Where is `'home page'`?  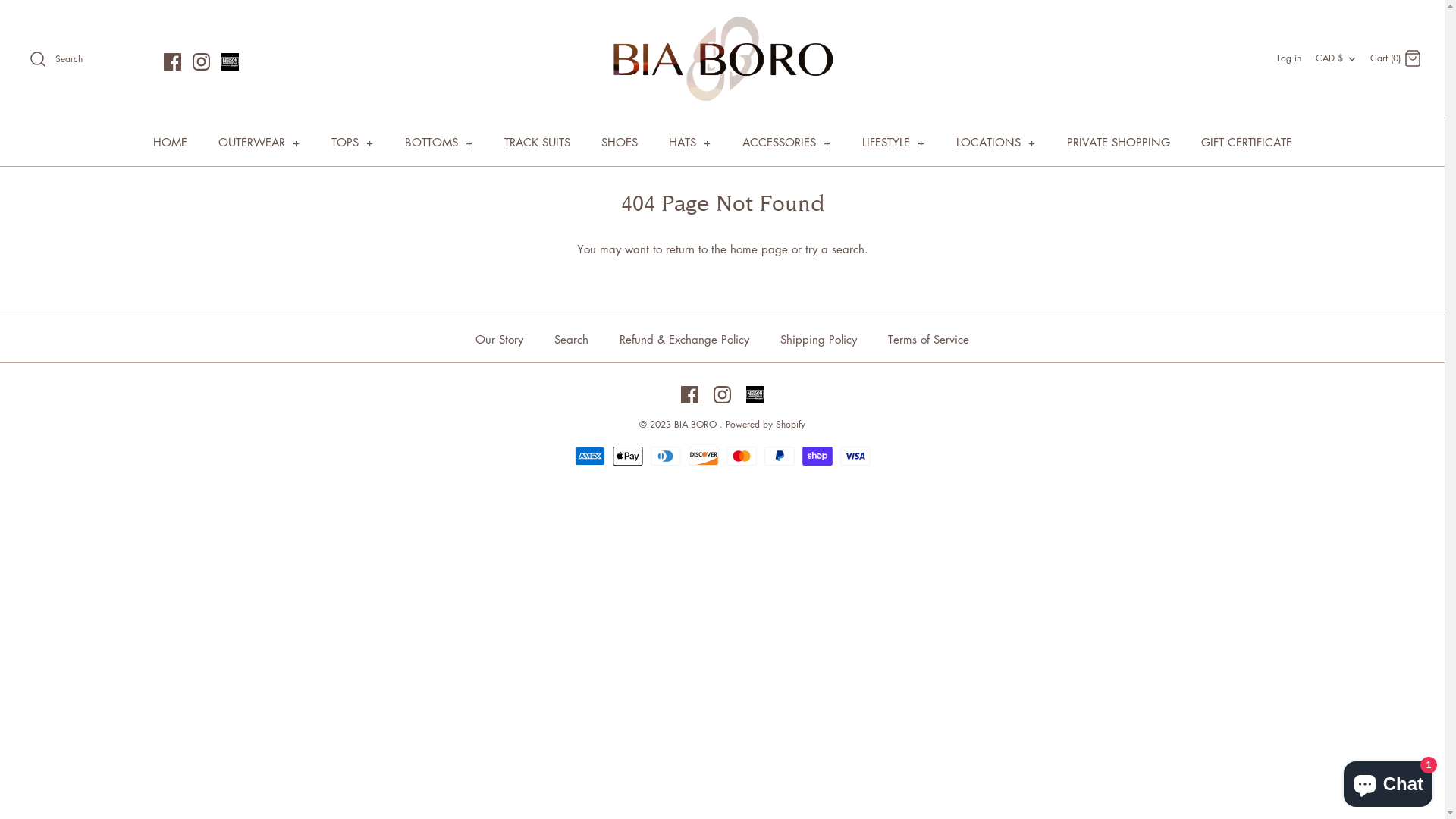 'home page' is located at coordinates (758, 247).